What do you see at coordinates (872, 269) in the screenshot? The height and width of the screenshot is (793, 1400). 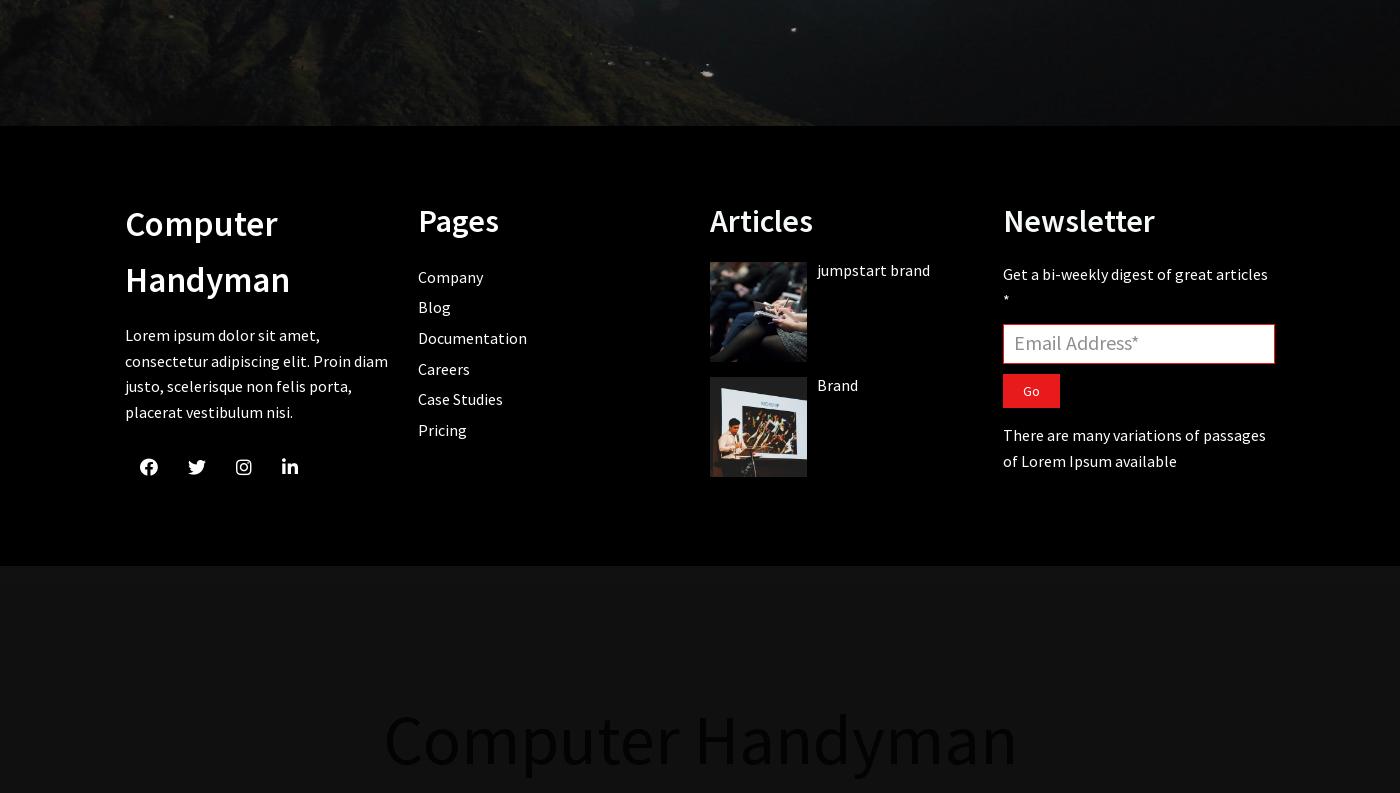 I see `'jumpstart brand'` at bounding box center [872, 269].